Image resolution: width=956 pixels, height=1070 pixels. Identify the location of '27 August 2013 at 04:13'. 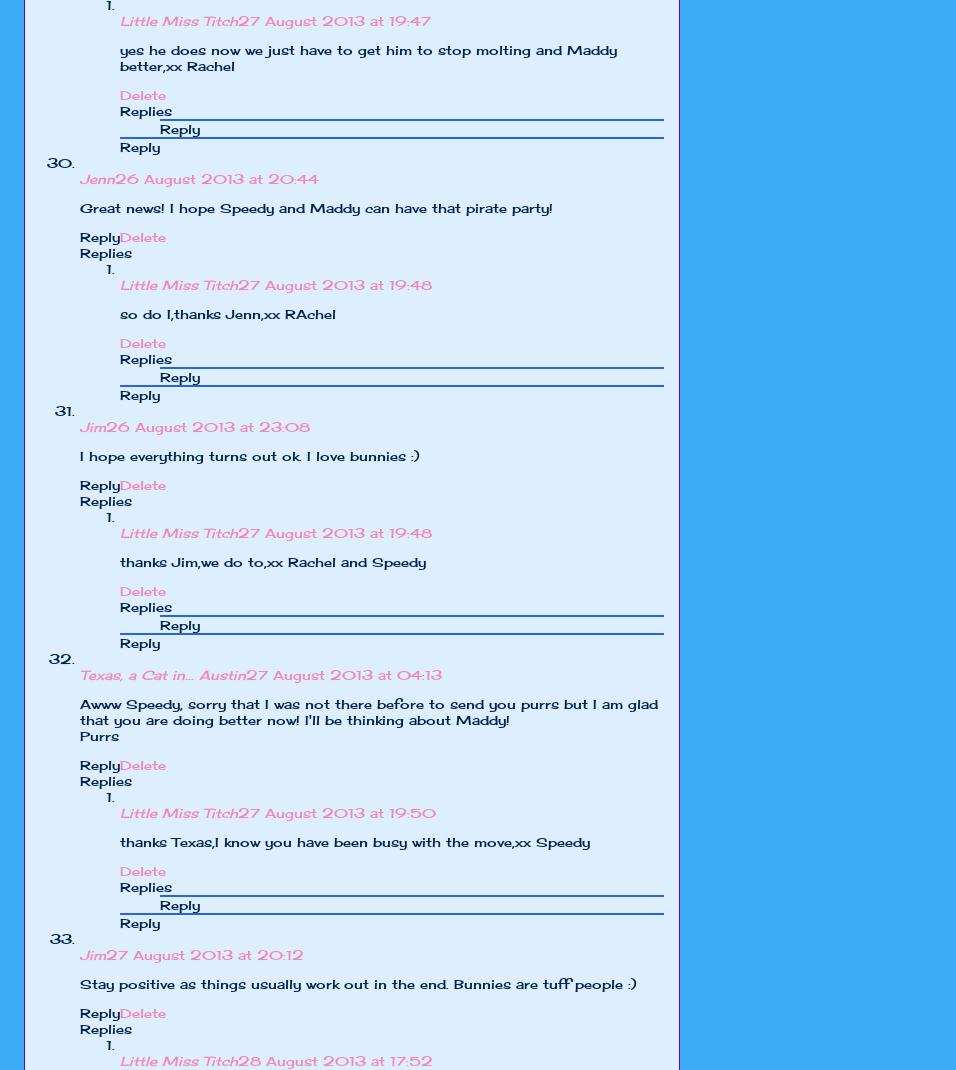
(342, 674).